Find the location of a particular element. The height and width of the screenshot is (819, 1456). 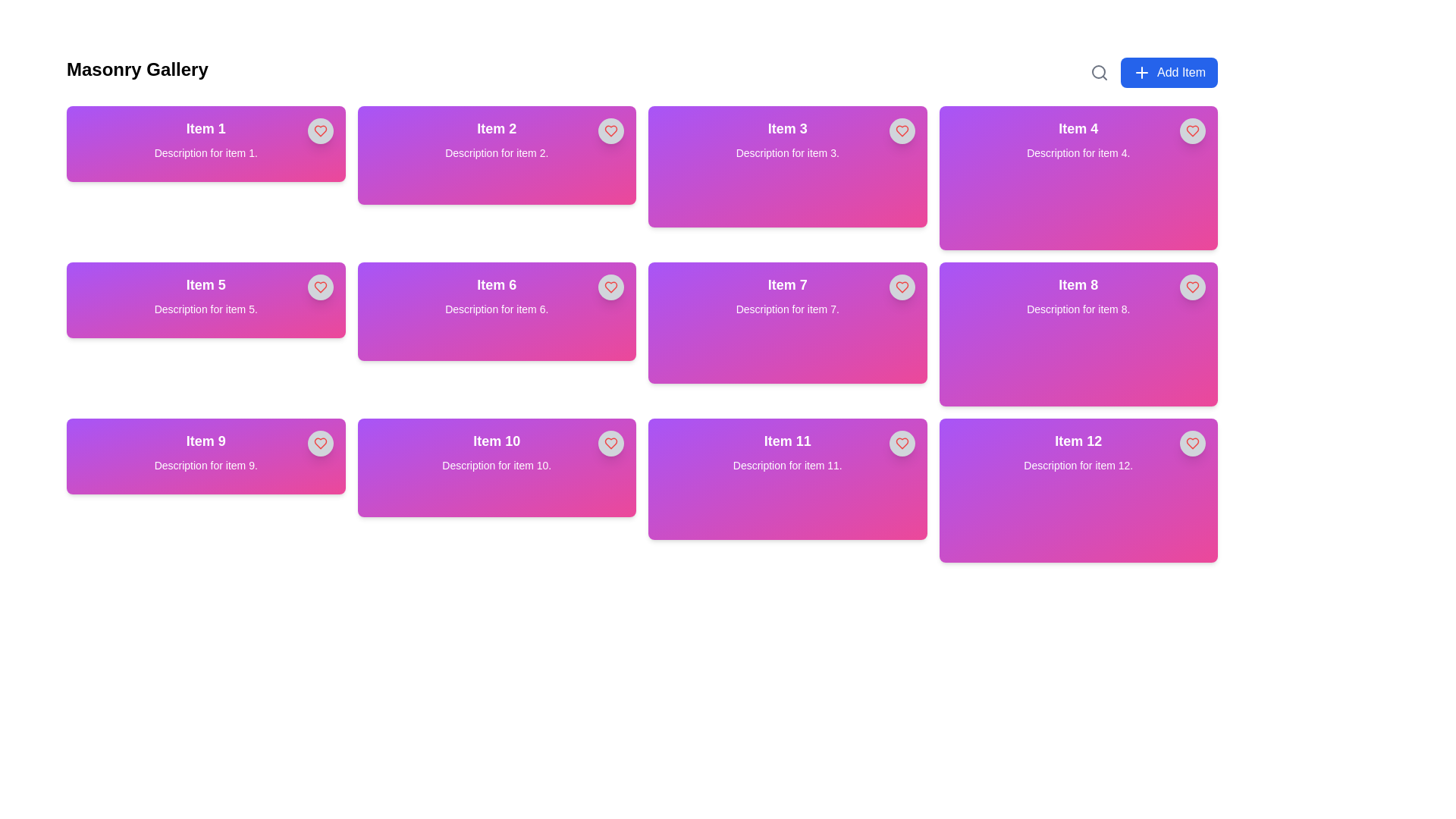

the text label 'Item 9' which serves as a title for its associated card, positioned in the bottom-left area of the grid layout is located at coordinates (205, 441).